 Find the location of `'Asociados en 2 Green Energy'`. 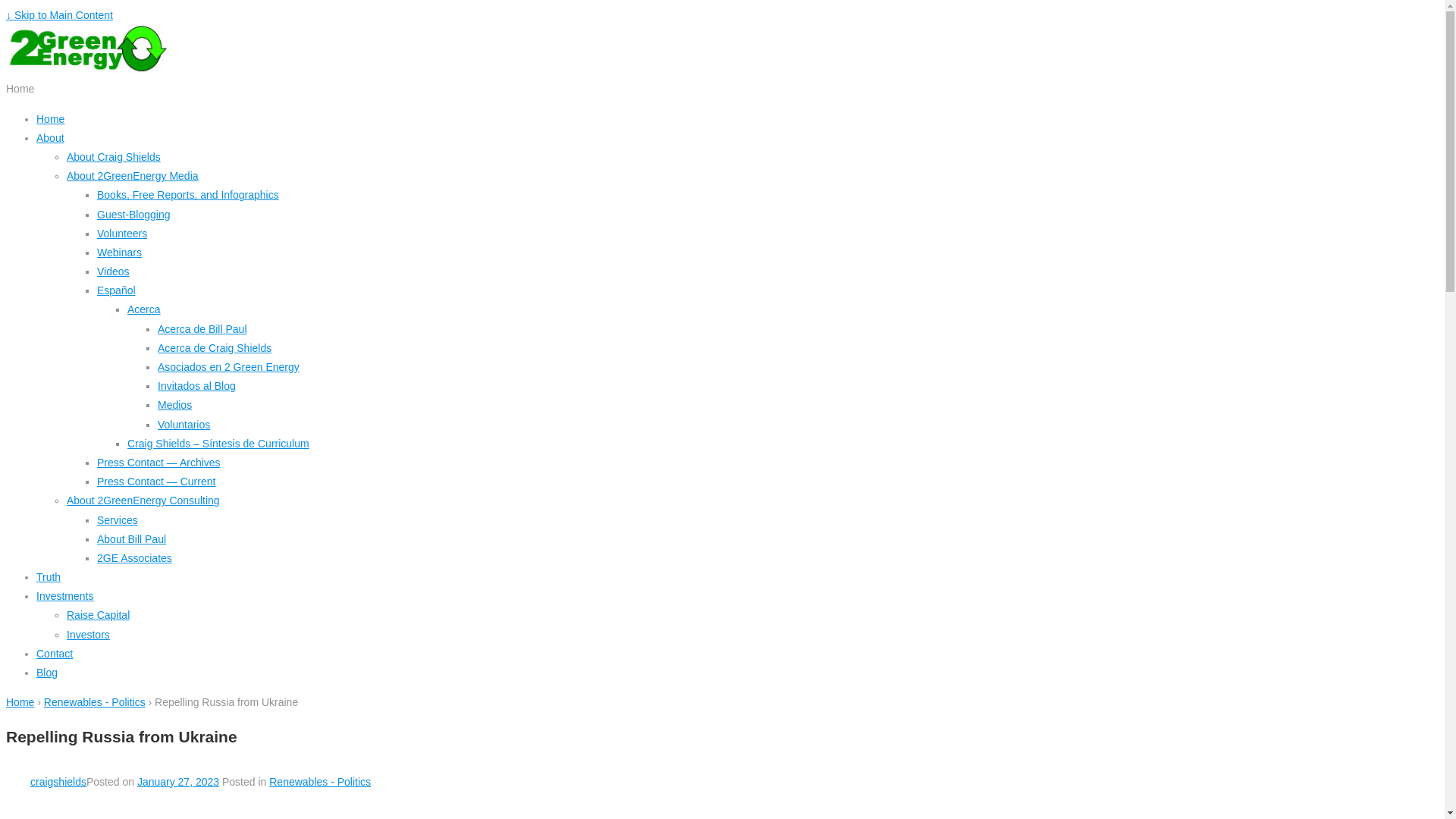

'Asociados en 2 Green Energy' is located at coordinates (227, 366).